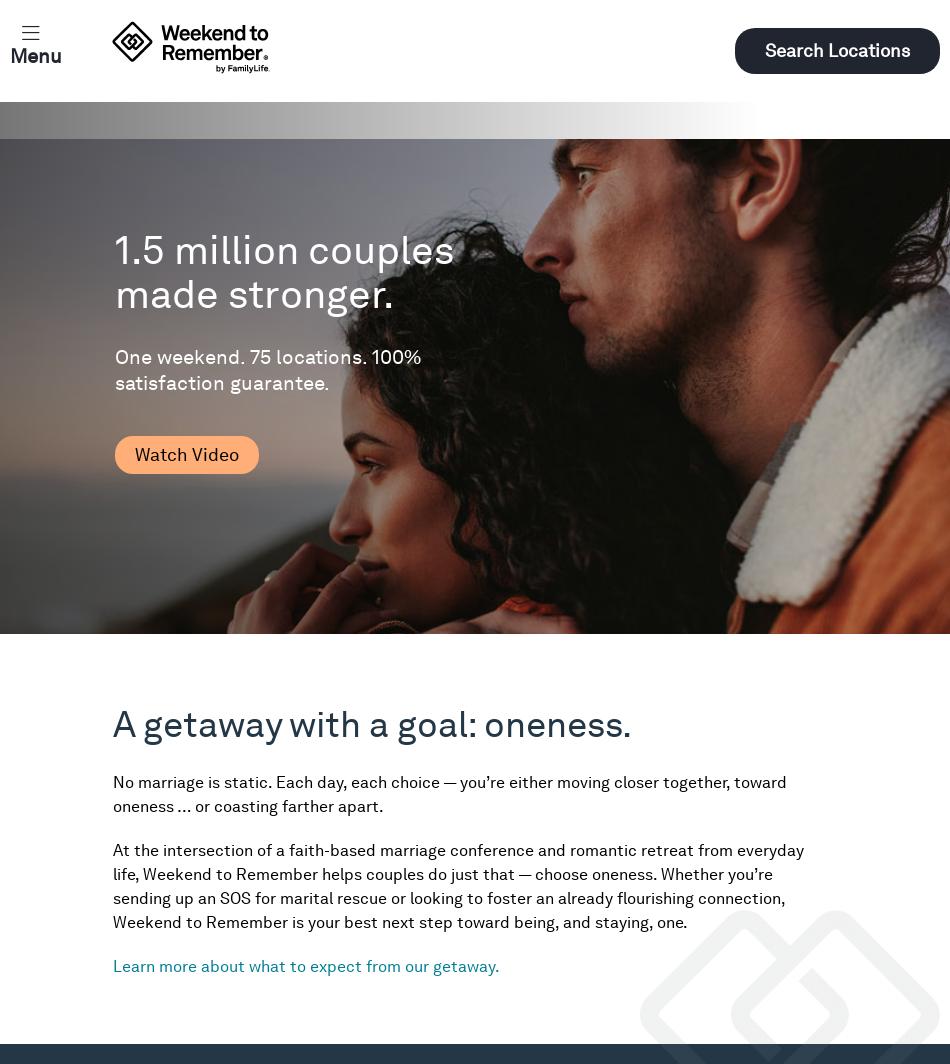 The width and height of the screenshot is (950, 1064). Describe the element at coordinates (186, 454) in the screenshot. I see `'Watch Video'` at that location.